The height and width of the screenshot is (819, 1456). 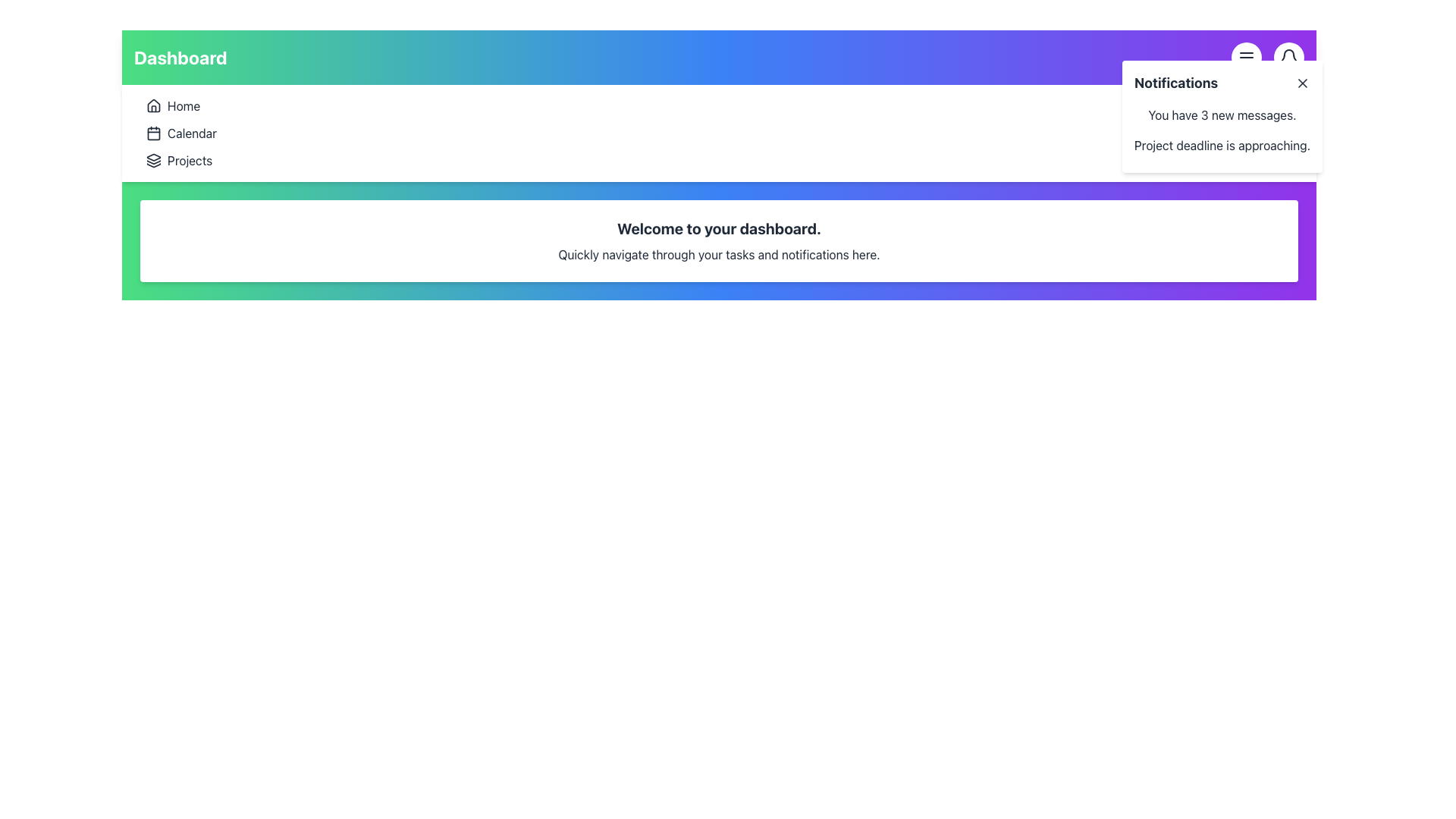 What do you see at coordinates (1302, 83) in the screenshot?
I see `the 'X' button in the top-right corner of the notification panel` at bounding box center [1302, 83].